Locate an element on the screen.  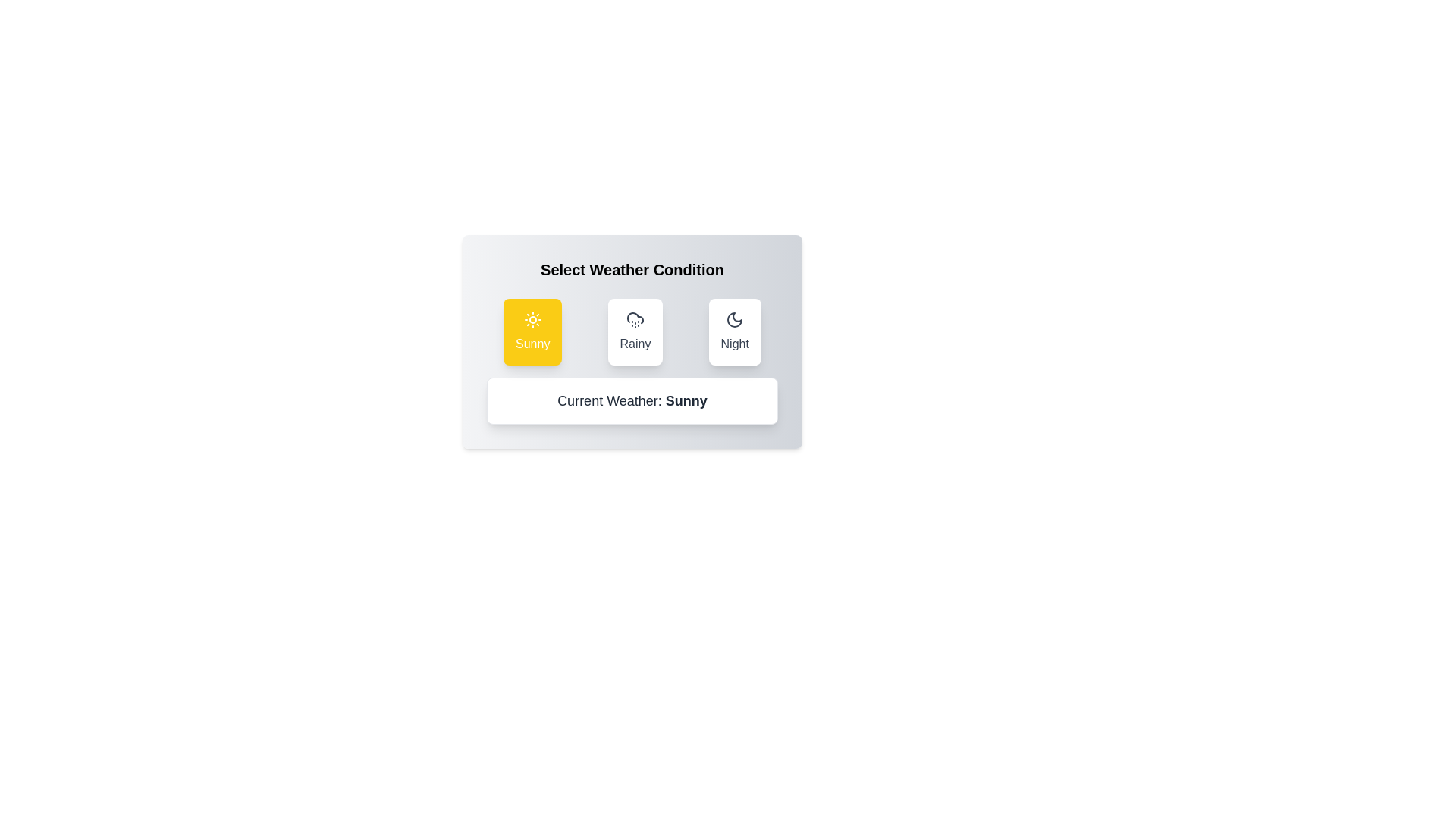
the button representing Rainy to observe the hover effect is located at coordinates (635, 331).